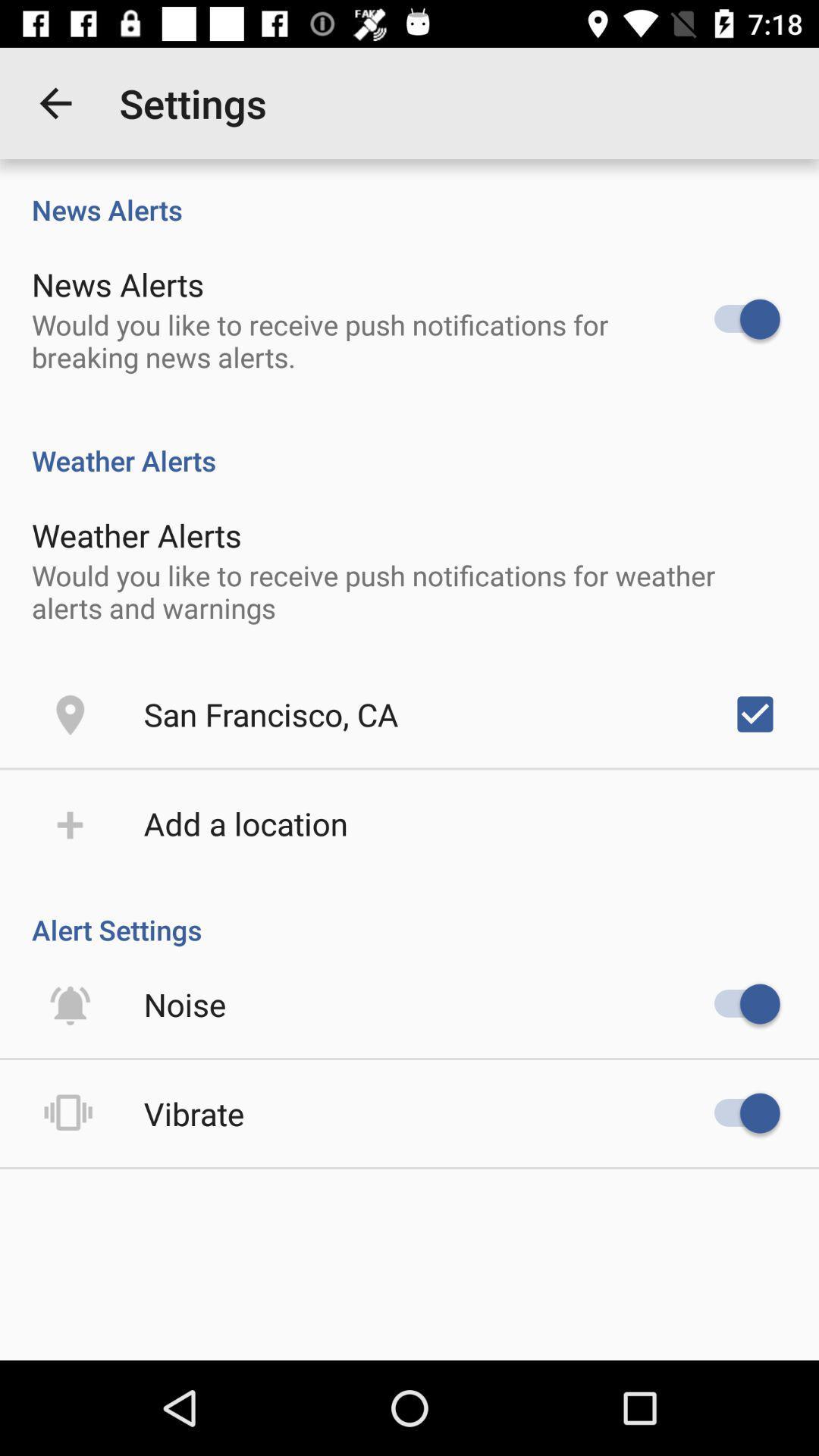  What do you see at coordinates (55, 102) in the screenshot?
I see `the app next to the settings  item` at bounding box center [55, 102].